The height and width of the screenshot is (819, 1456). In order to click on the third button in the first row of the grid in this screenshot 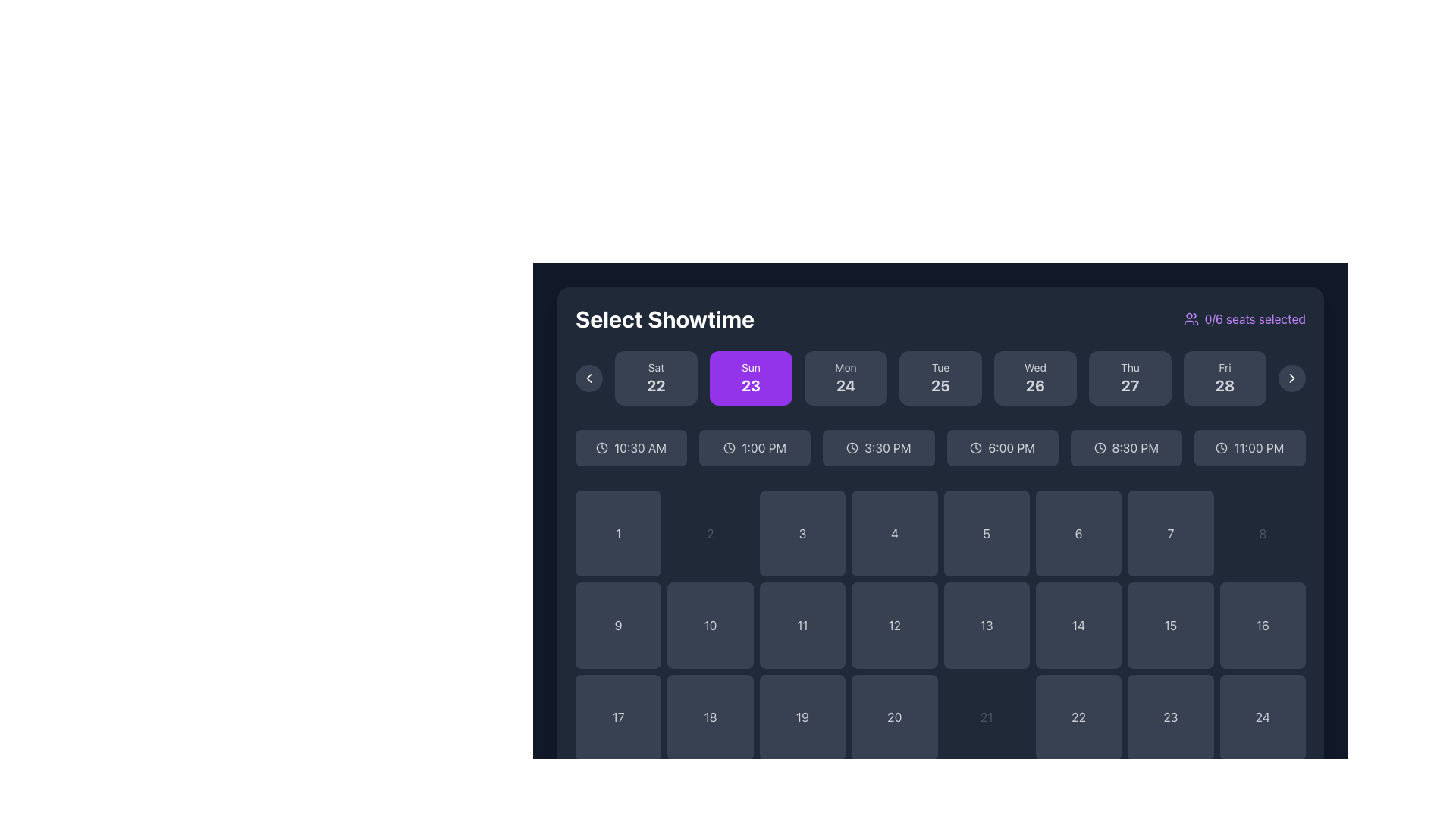, I will do `click(802, 532)`.